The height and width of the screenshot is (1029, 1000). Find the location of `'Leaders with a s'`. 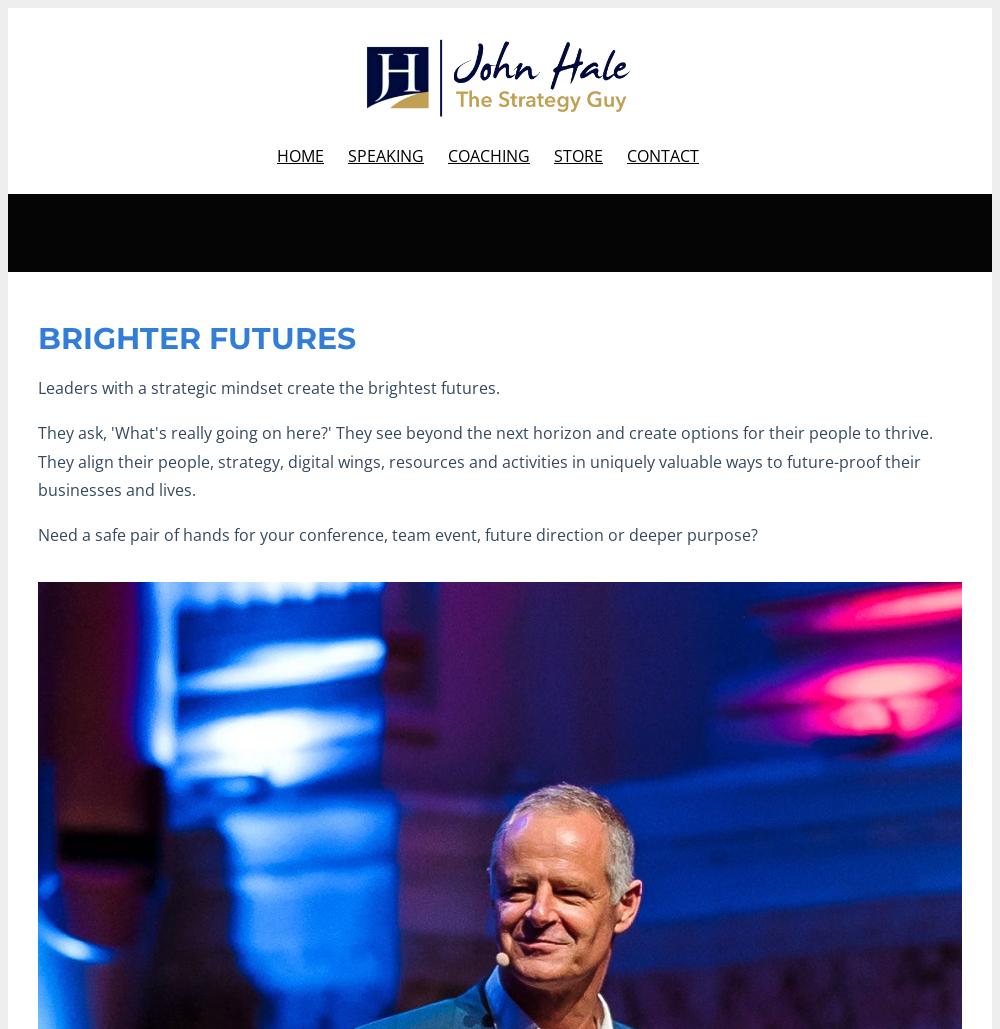

'Leaders with a s' is located at coordinates (97, 387).